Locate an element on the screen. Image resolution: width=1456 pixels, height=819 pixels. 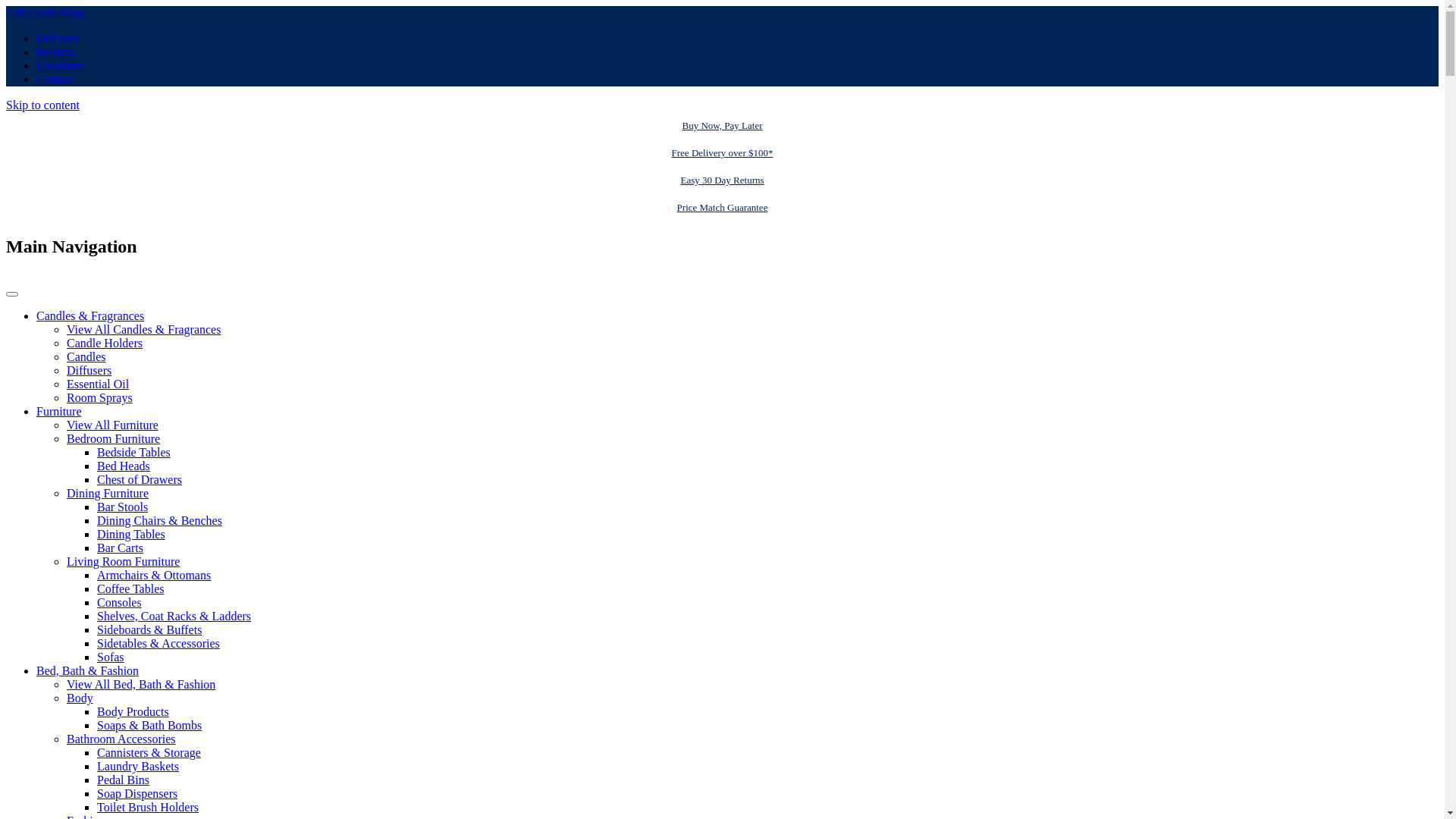
'Furniture' is located at coordinates (58, 411).